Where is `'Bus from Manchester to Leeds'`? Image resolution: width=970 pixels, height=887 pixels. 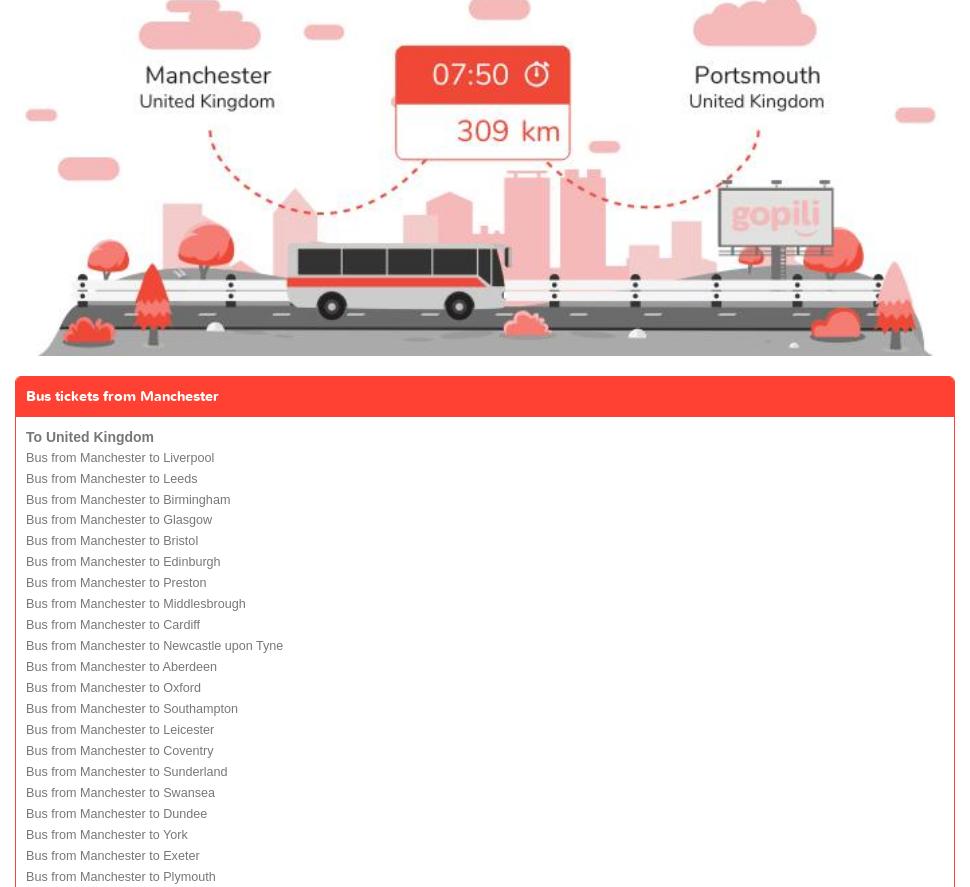
'Bus from Manchester to Leeds' is located at coordinates (111, 477).